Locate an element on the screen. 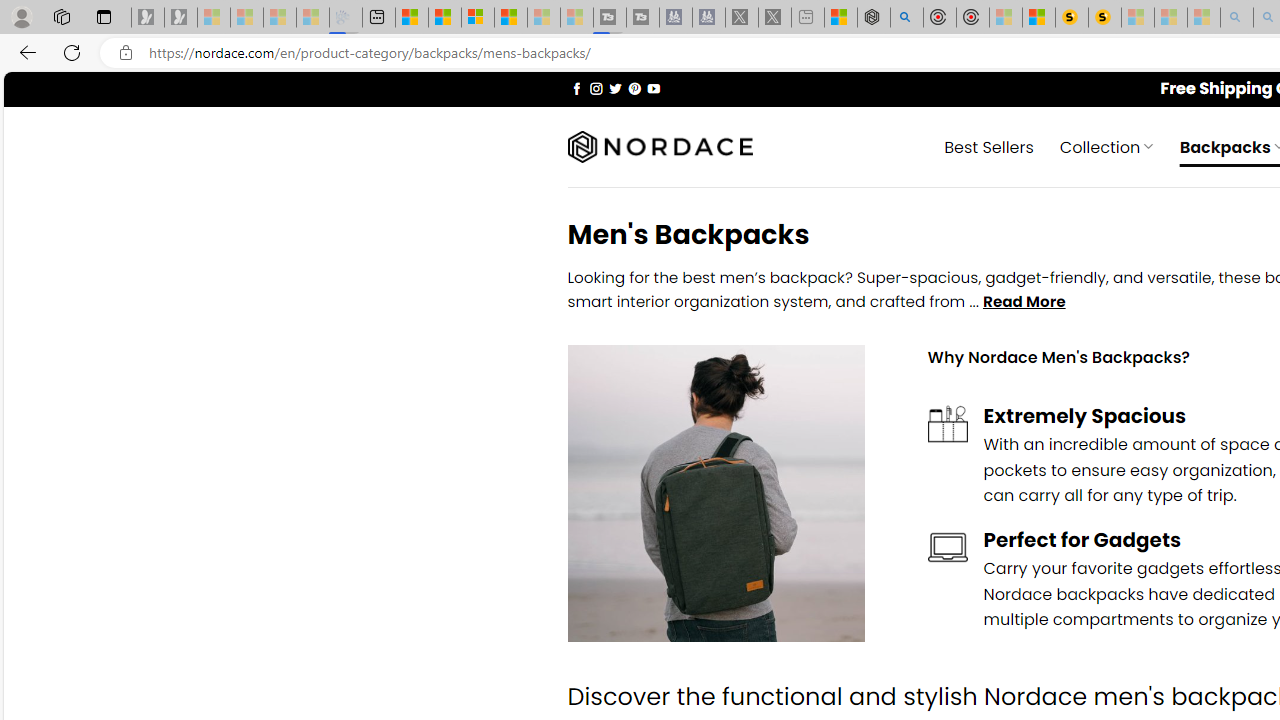  'Follow on Instagram' is located at coordinates (595, 87).